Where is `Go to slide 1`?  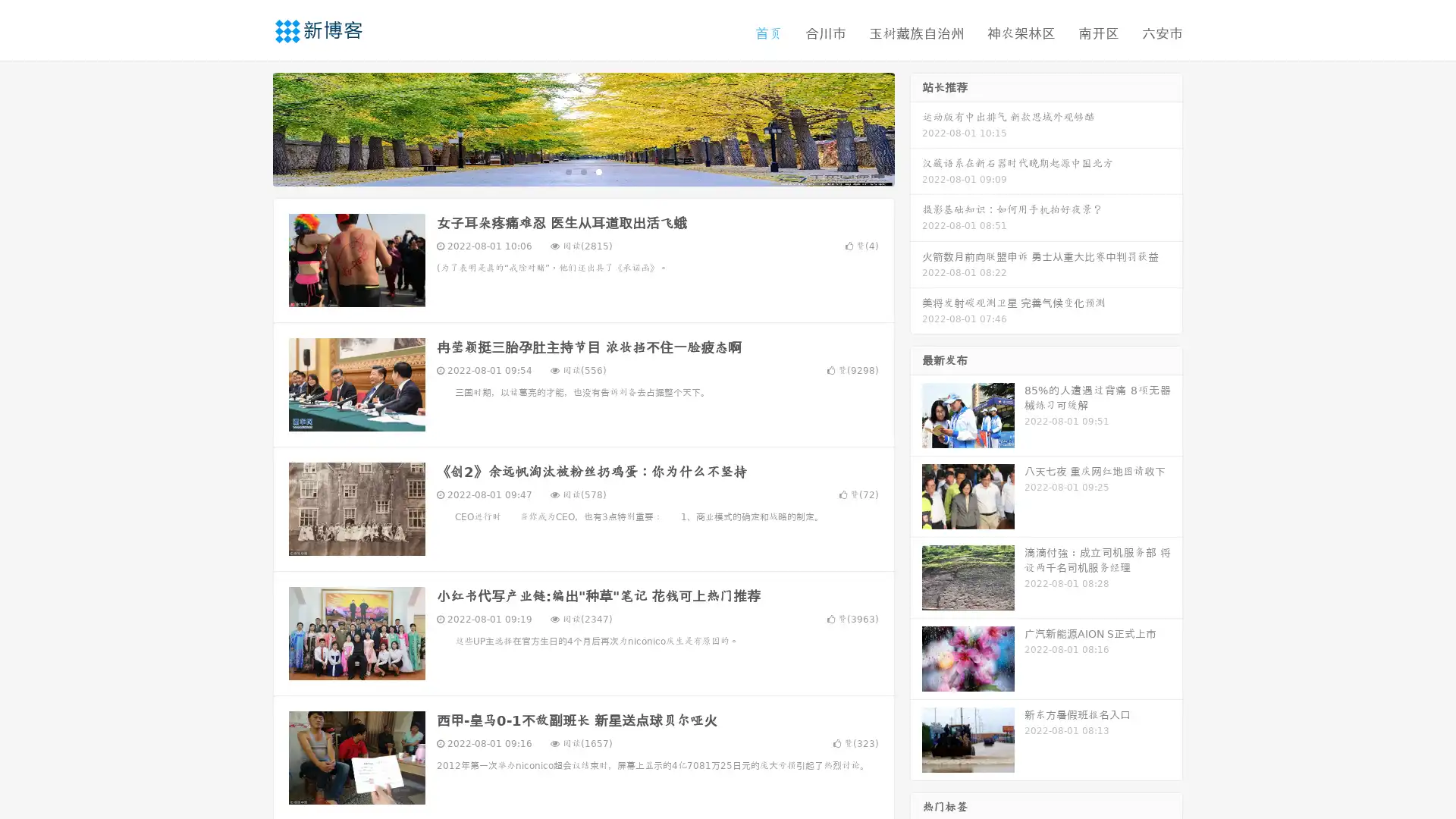 Go to slide 1 is located at coordinates (567, 171).